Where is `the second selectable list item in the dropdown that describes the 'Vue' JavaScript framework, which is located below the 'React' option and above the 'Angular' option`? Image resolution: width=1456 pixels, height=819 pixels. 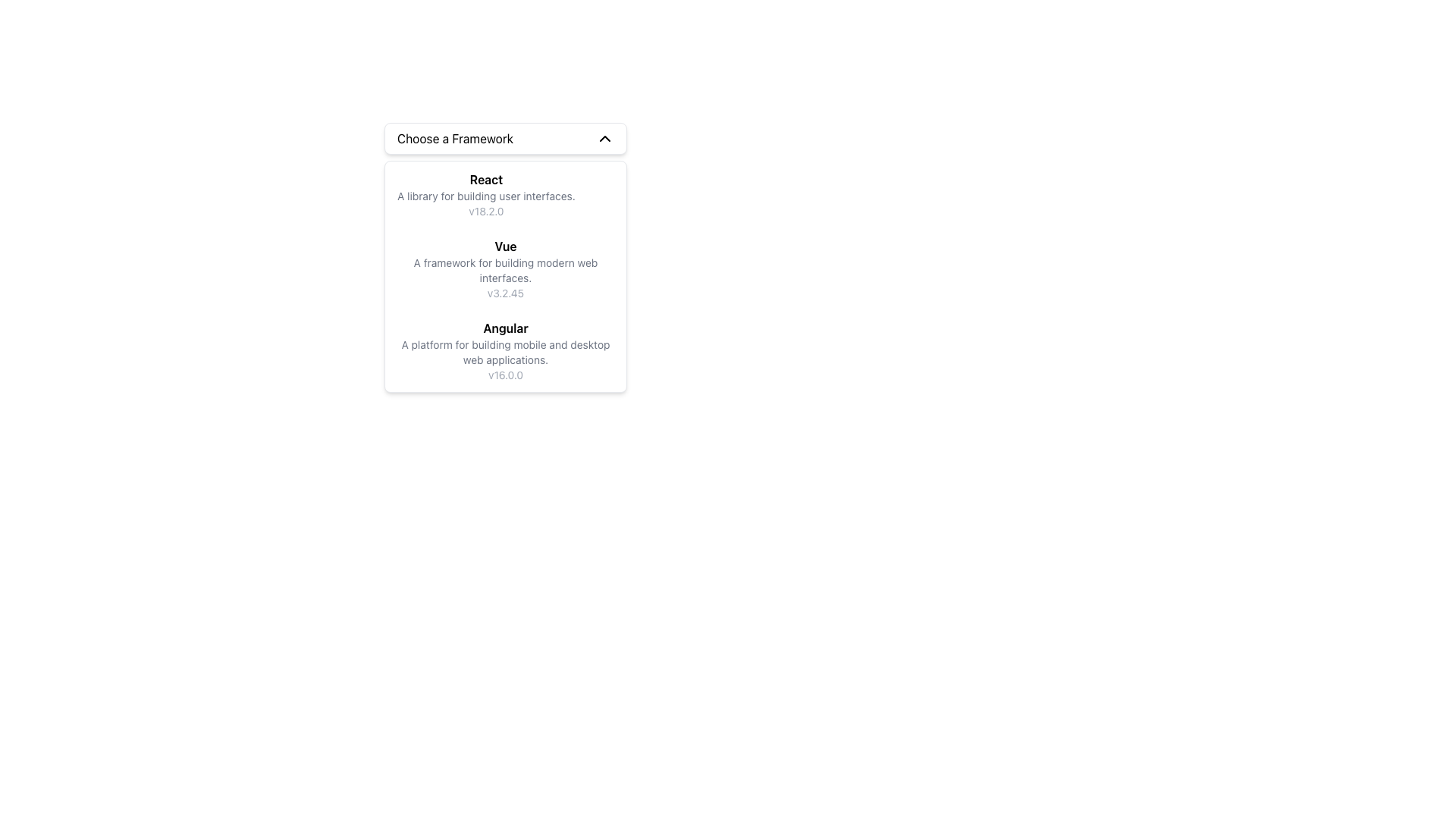
the second selectable list item in the dropdown that describes the 'Vue' JavaScript framework, which is located below the 'React' option and above the 'Angular' option is located at coordinates (506, 268).